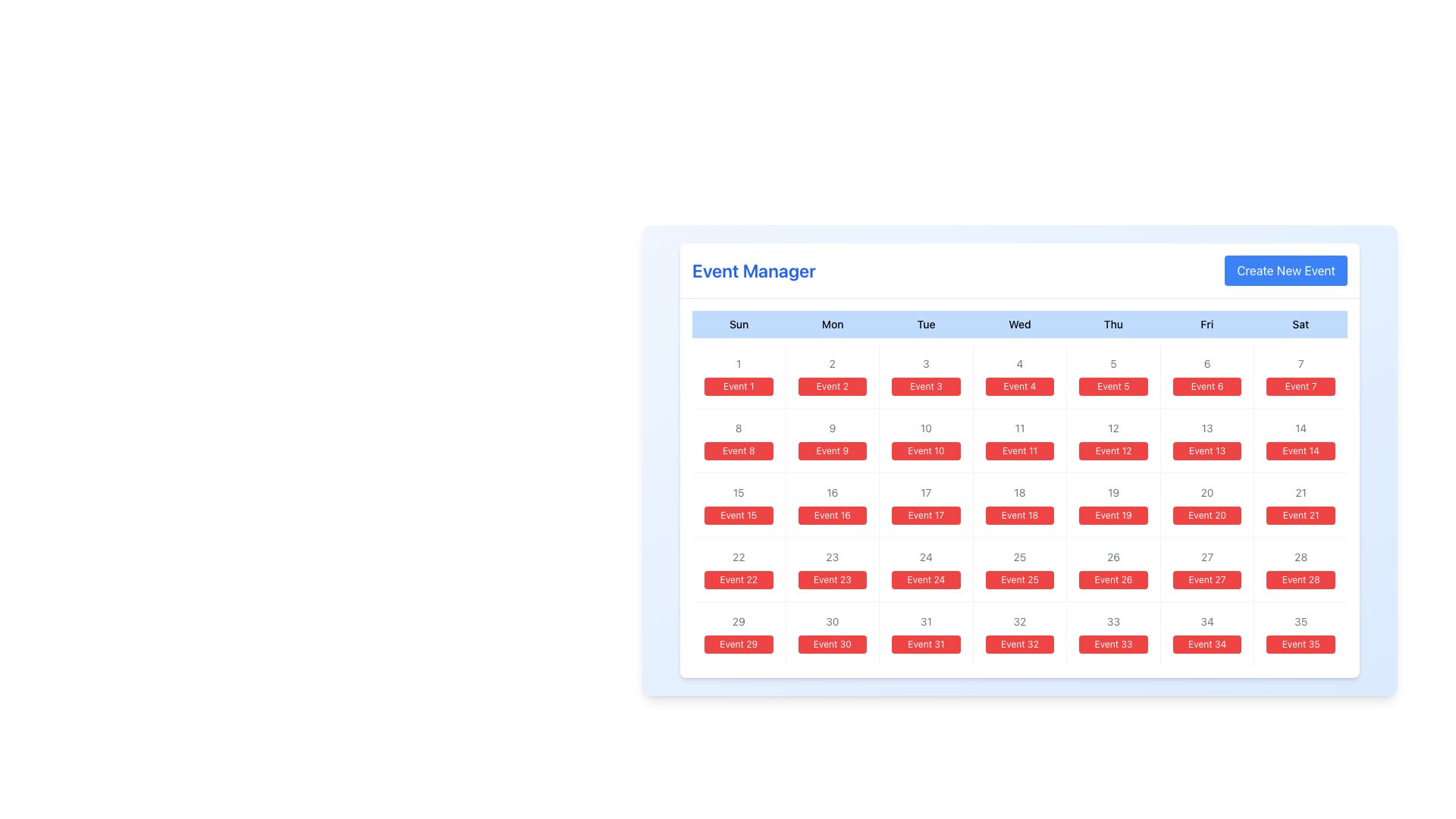 The width and height of the screenshot is (1456, 819). What do you see at coordinates (1207, 428) in the screenshot?
I see `the Text Label representing the date '13' in the calendar layout, which is located in the Friday column of the second week, above the label 'Event 13'` at bounding box center [1207, 428].